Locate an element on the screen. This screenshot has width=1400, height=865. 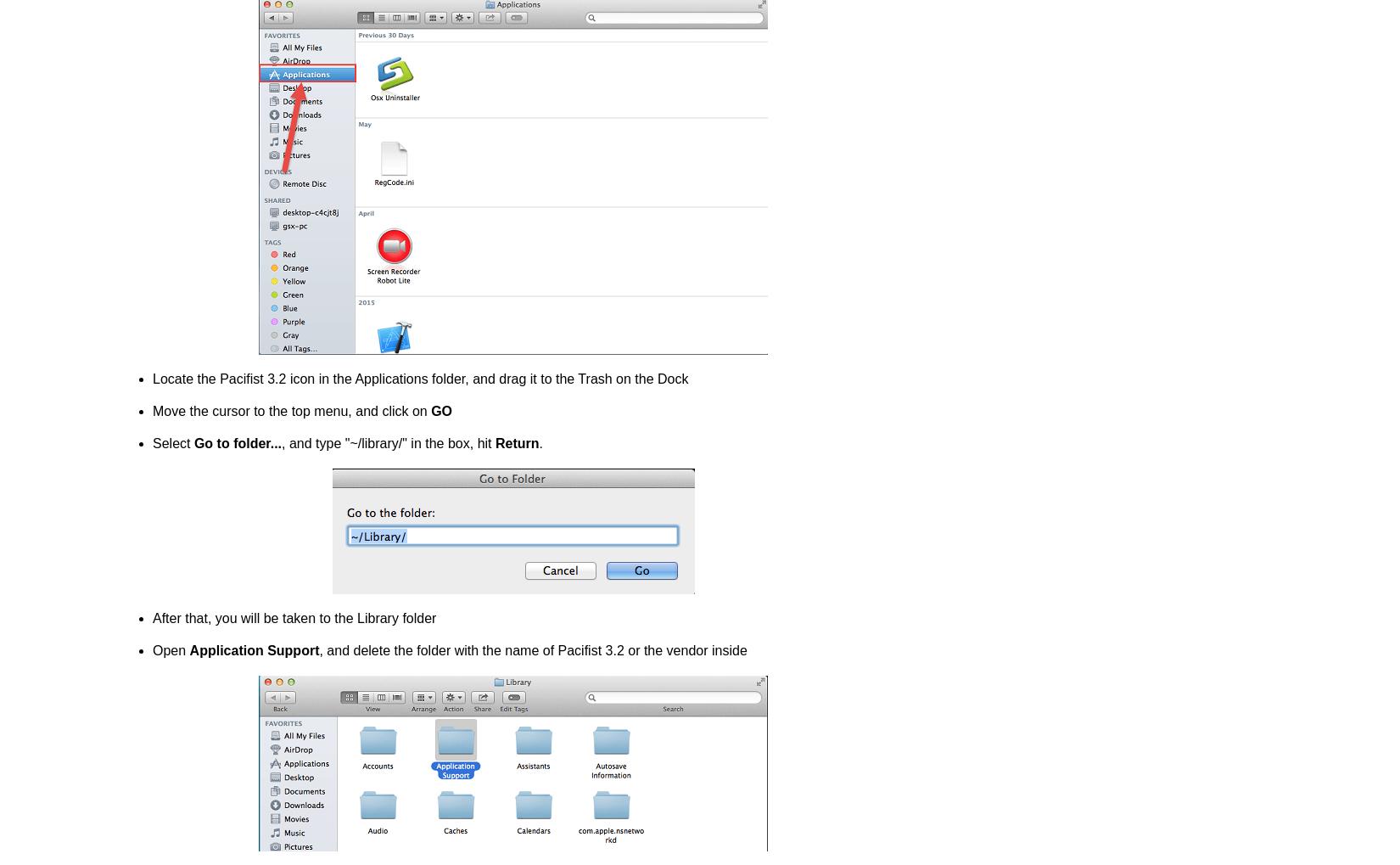
', and type "~/library/" in the box, hit' is located at coordinates (387, 443).